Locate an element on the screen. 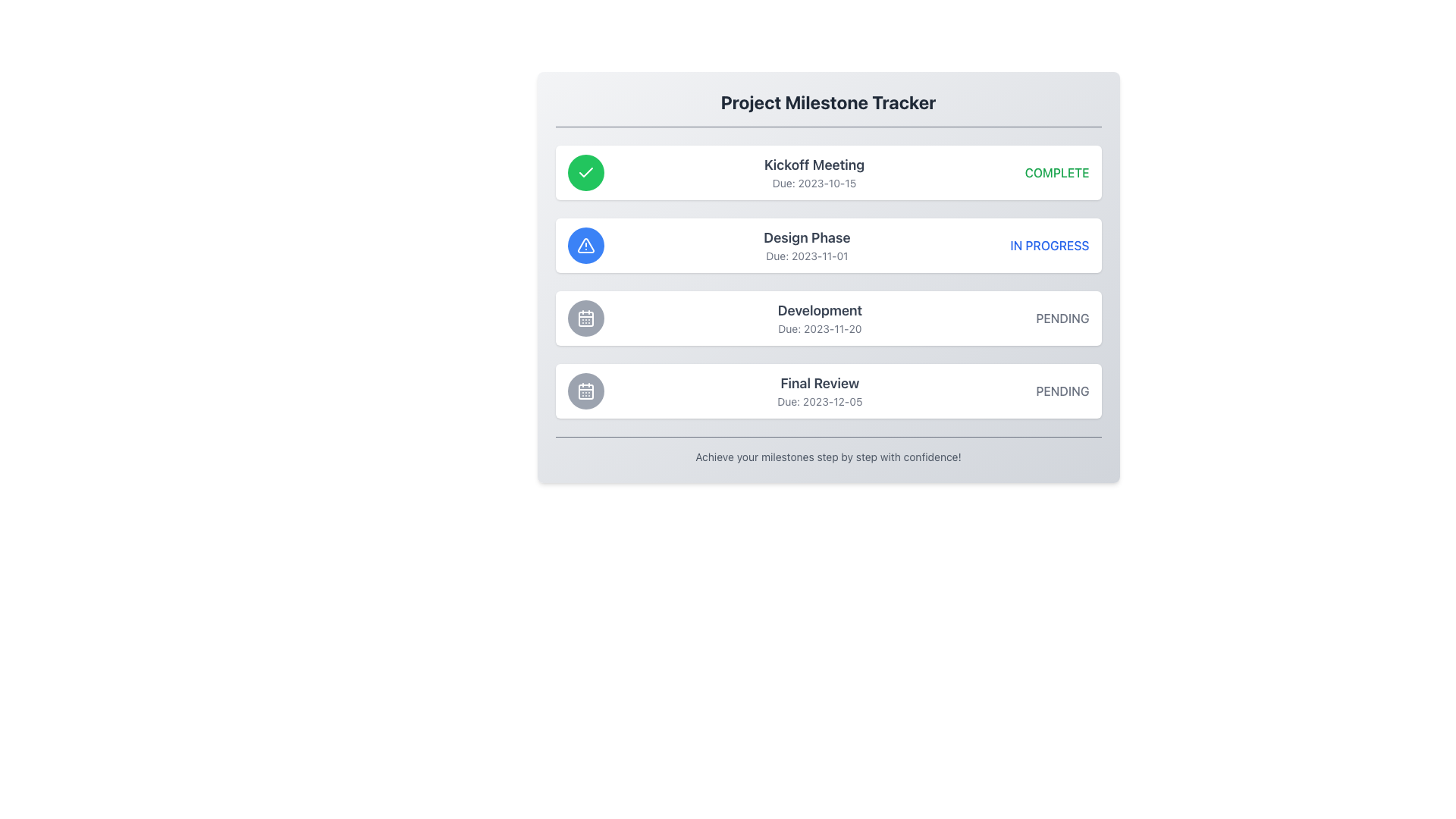  information displayed in the text element showing the title 'Final Review' and the due date '2023-12-05' within the fourth list item of the 'Project Milestone Tracker' section is located at coordinates (819, 391).